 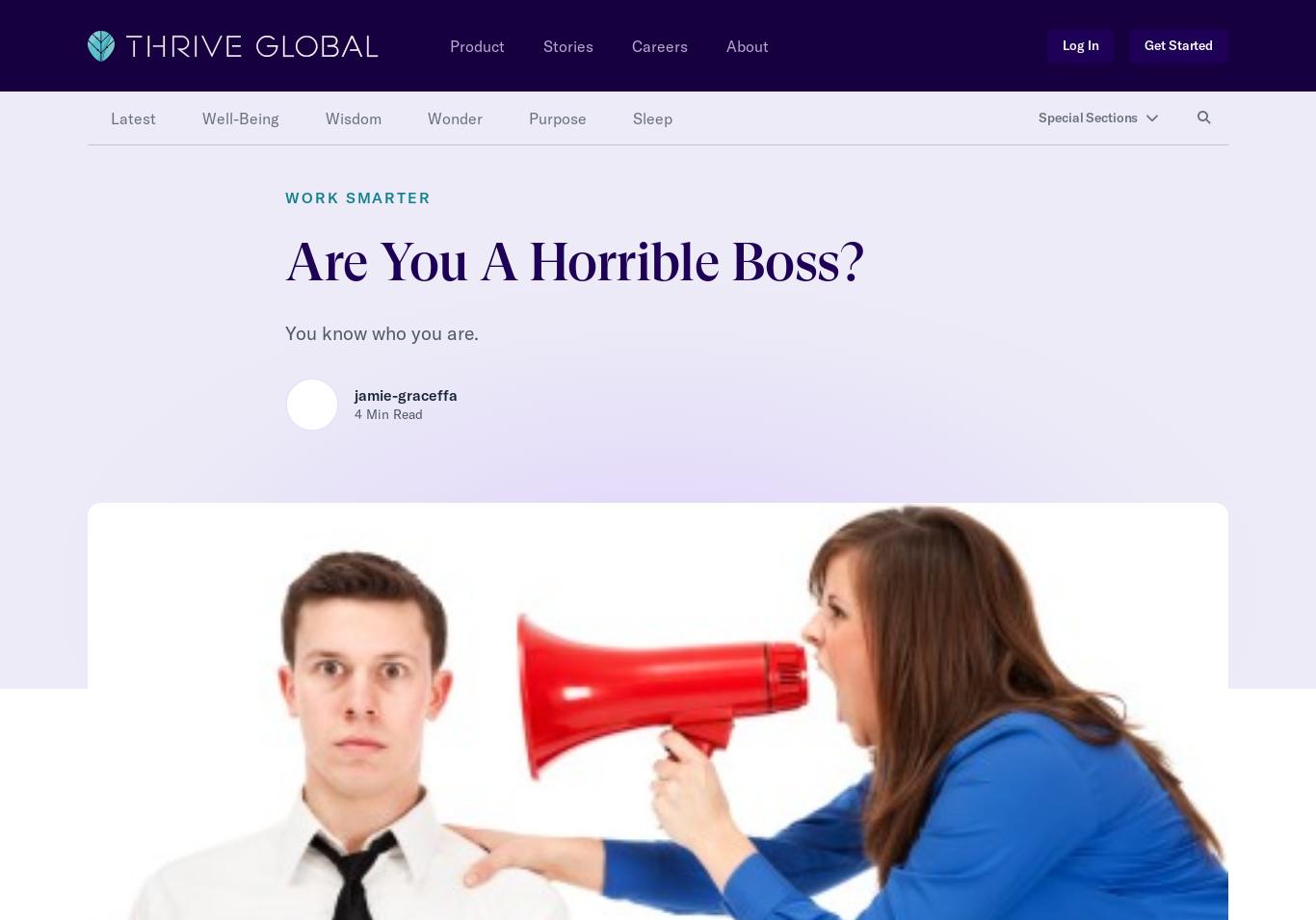 What do you see at coordinates (644, 367) in the screenshot?
I see `'· Get specifics aspect of your behaviors. You can do this via a 360 assessment, third party interviews or direct feedback. It’s important to know exactly what you need to change.'` at bounding box center [644, 367].